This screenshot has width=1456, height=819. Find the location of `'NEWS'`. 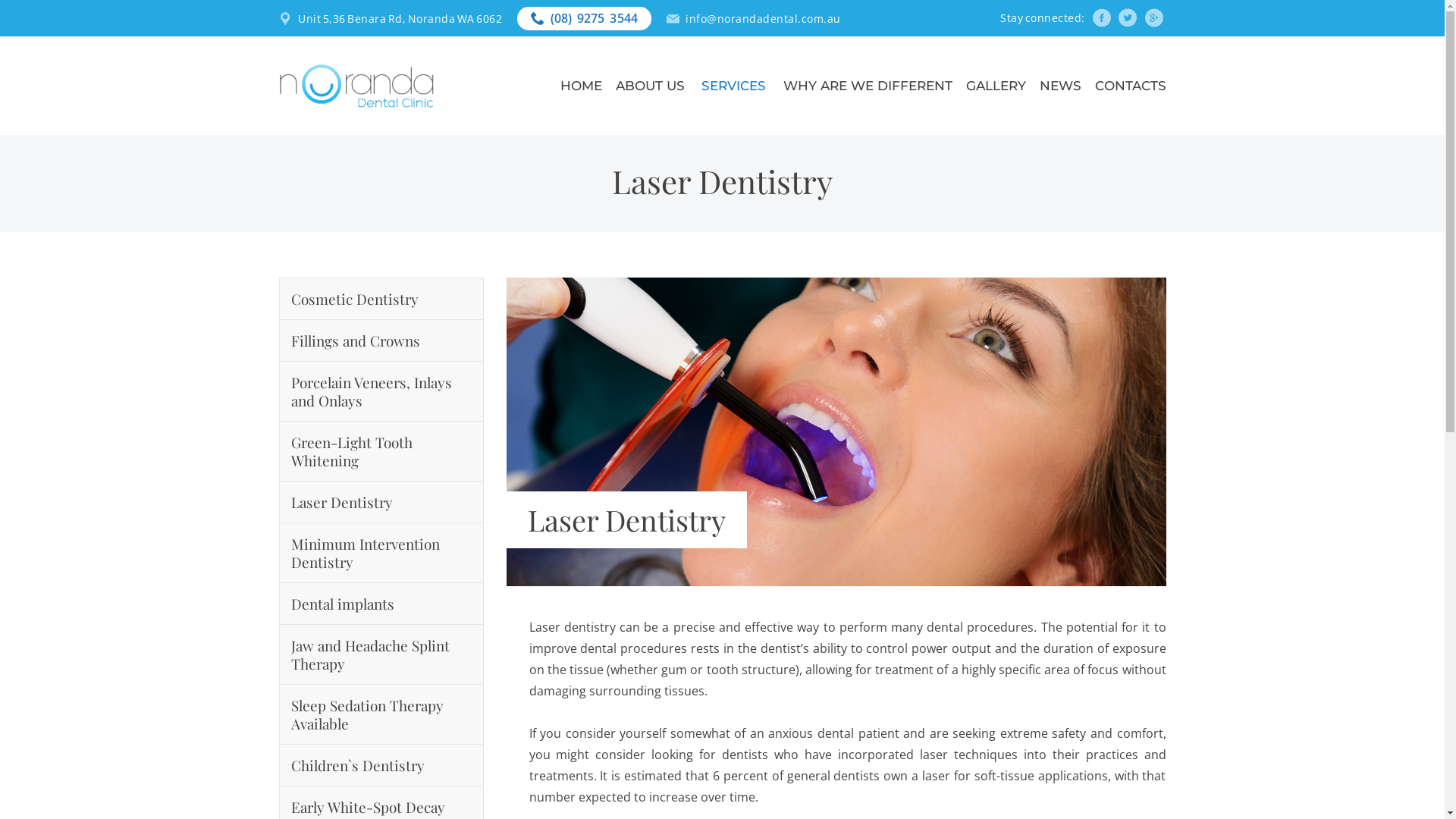

'NEWS' is located at coordinates (1059, 85).